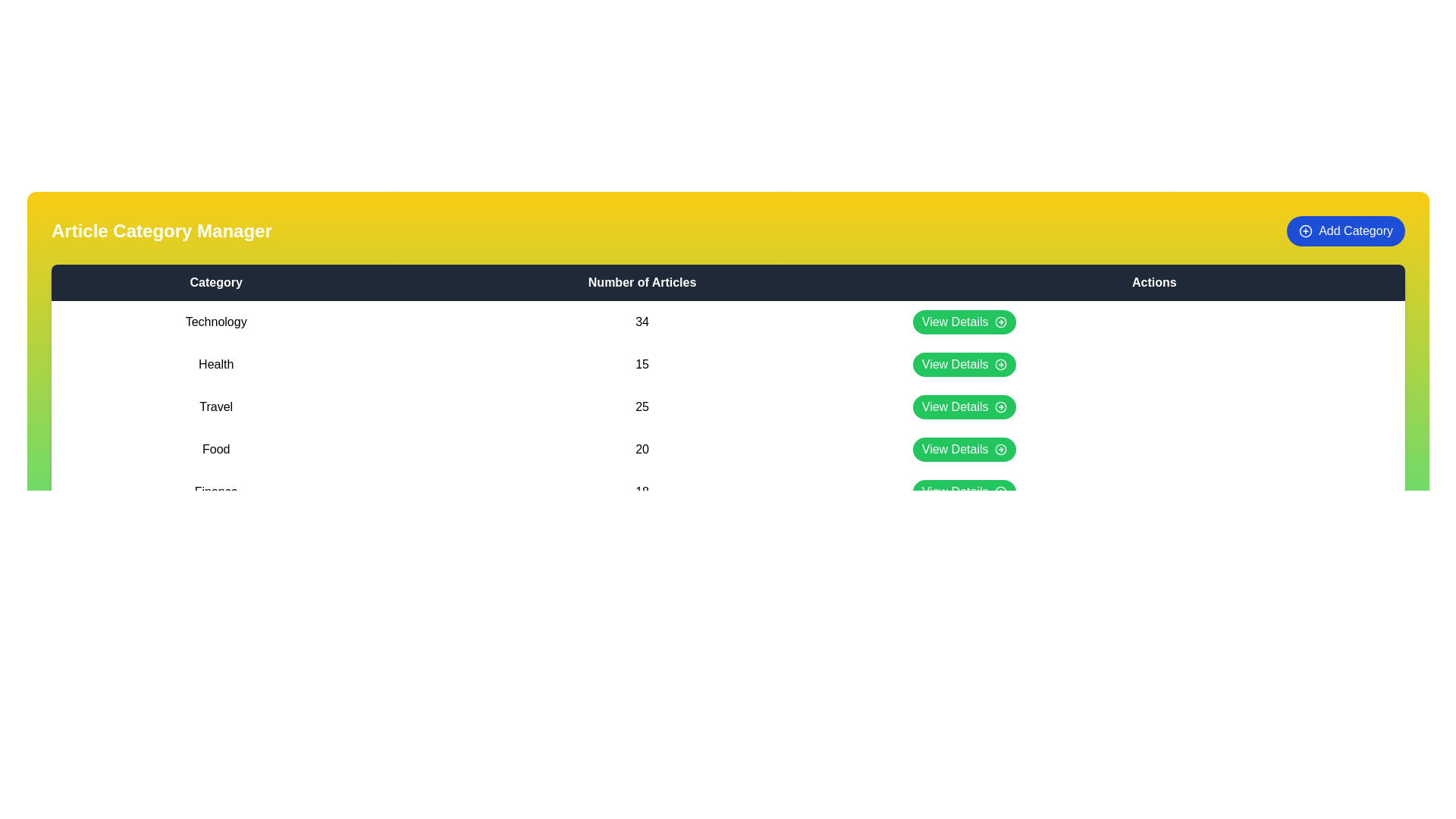 The height and width of the screenshot is (819, 1456). Describe the element at coordinates (963, 491) in the screenshot. I see `the 'View Details' button for the category 'Finance'` at that location.